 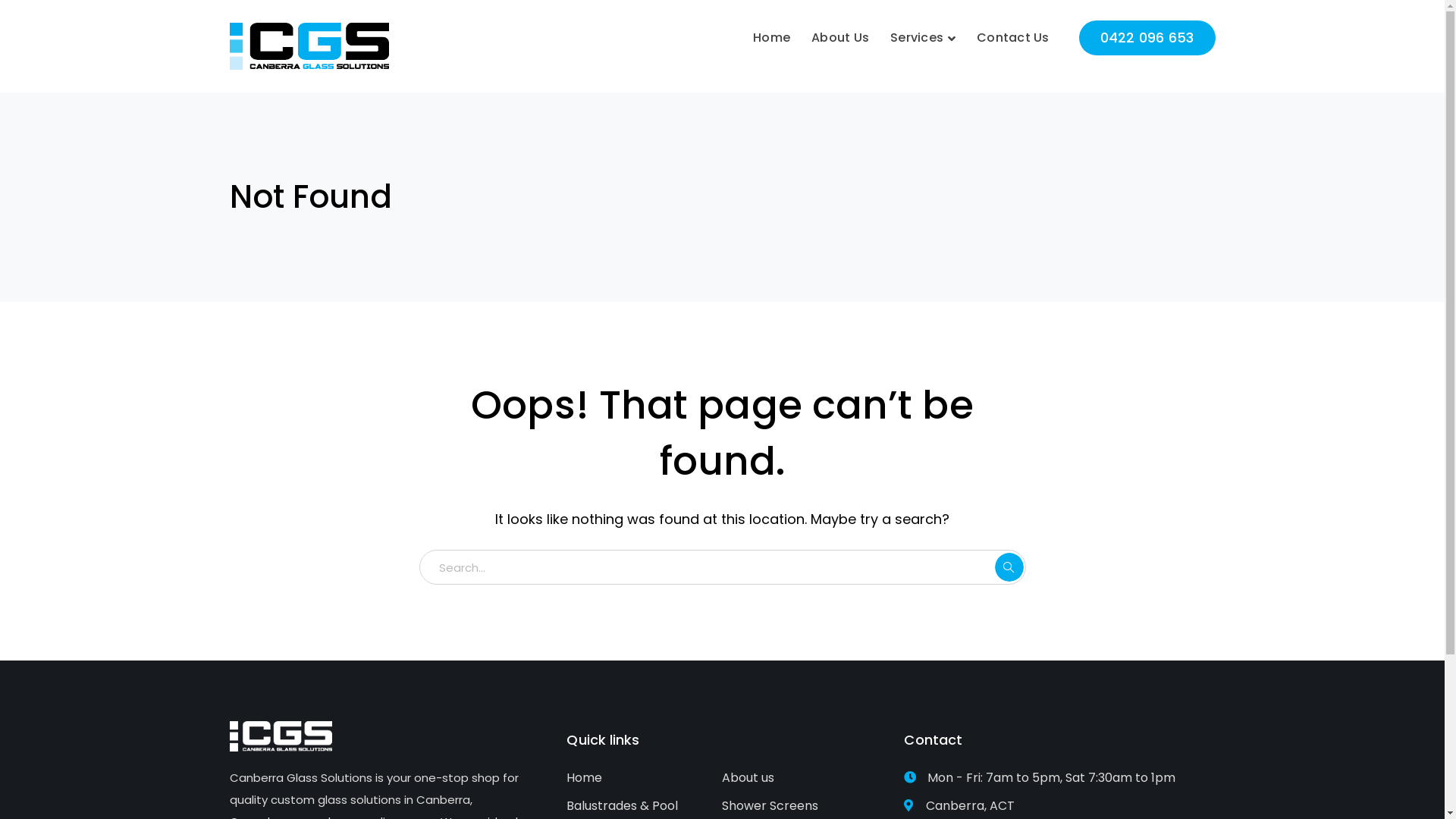 I want to click on 'Home', so click(x=771, y=27).